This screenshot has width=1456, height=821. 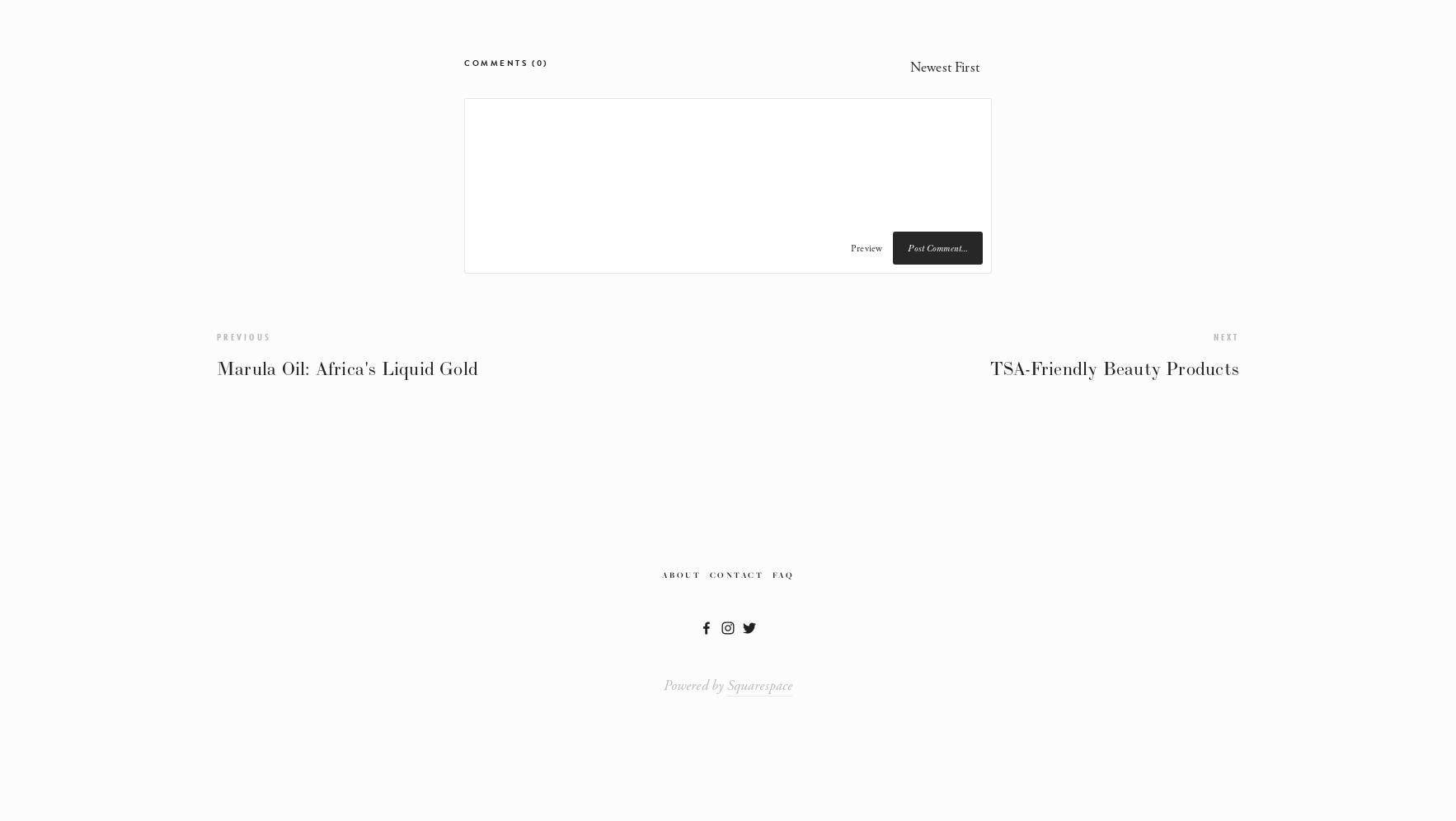 What do you see at coordinates (1226, 335) in the screenshot?
I see `'Next'` at bounding box center [1226, 335].